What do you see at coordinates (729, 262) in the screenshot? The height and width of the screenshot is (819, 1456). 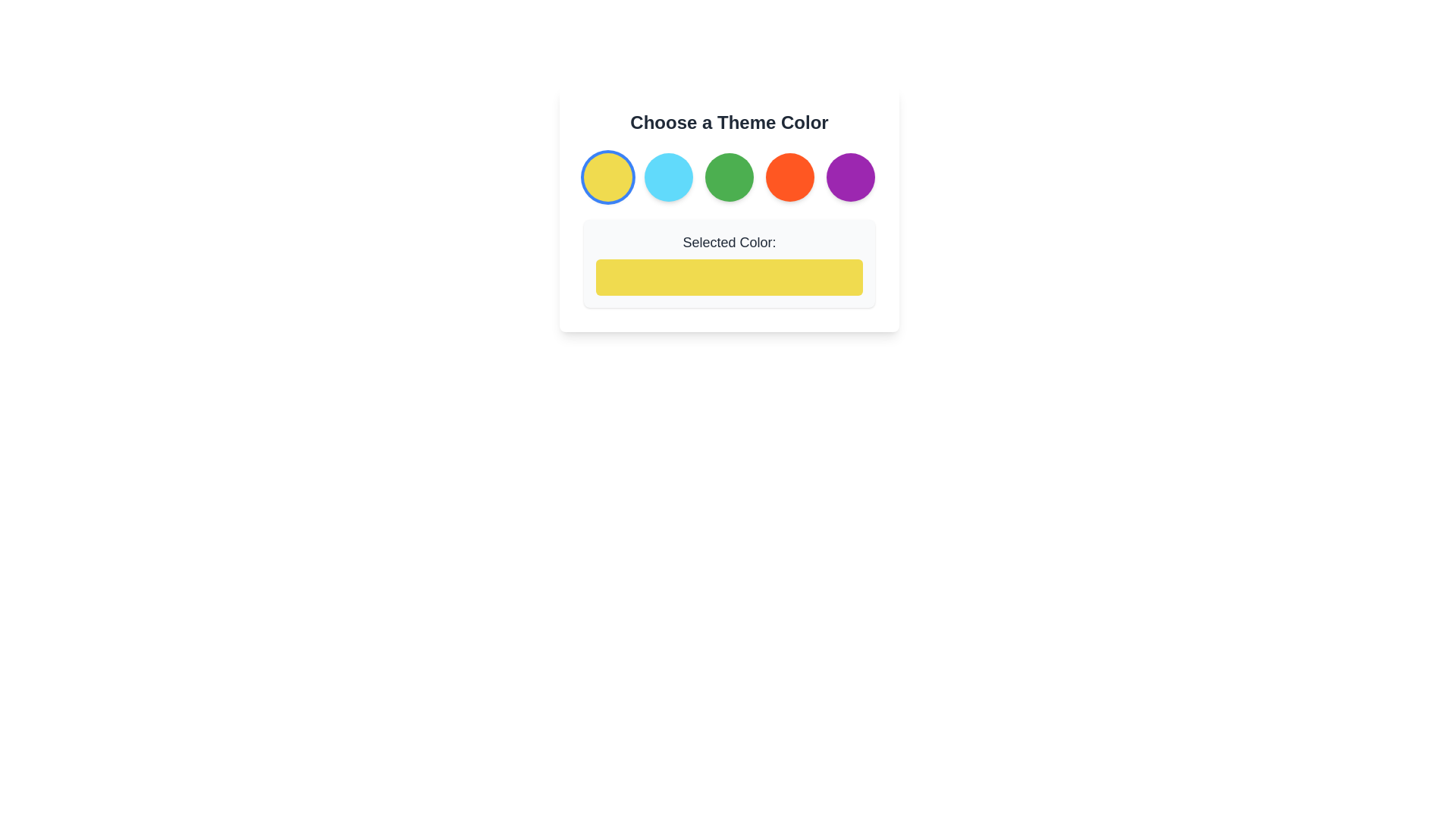 I see `the informational display area that shows the currently selected color, located below the circular color selectors and within the 'Choose a Theme Color' card` at bounding box center [729, 262].